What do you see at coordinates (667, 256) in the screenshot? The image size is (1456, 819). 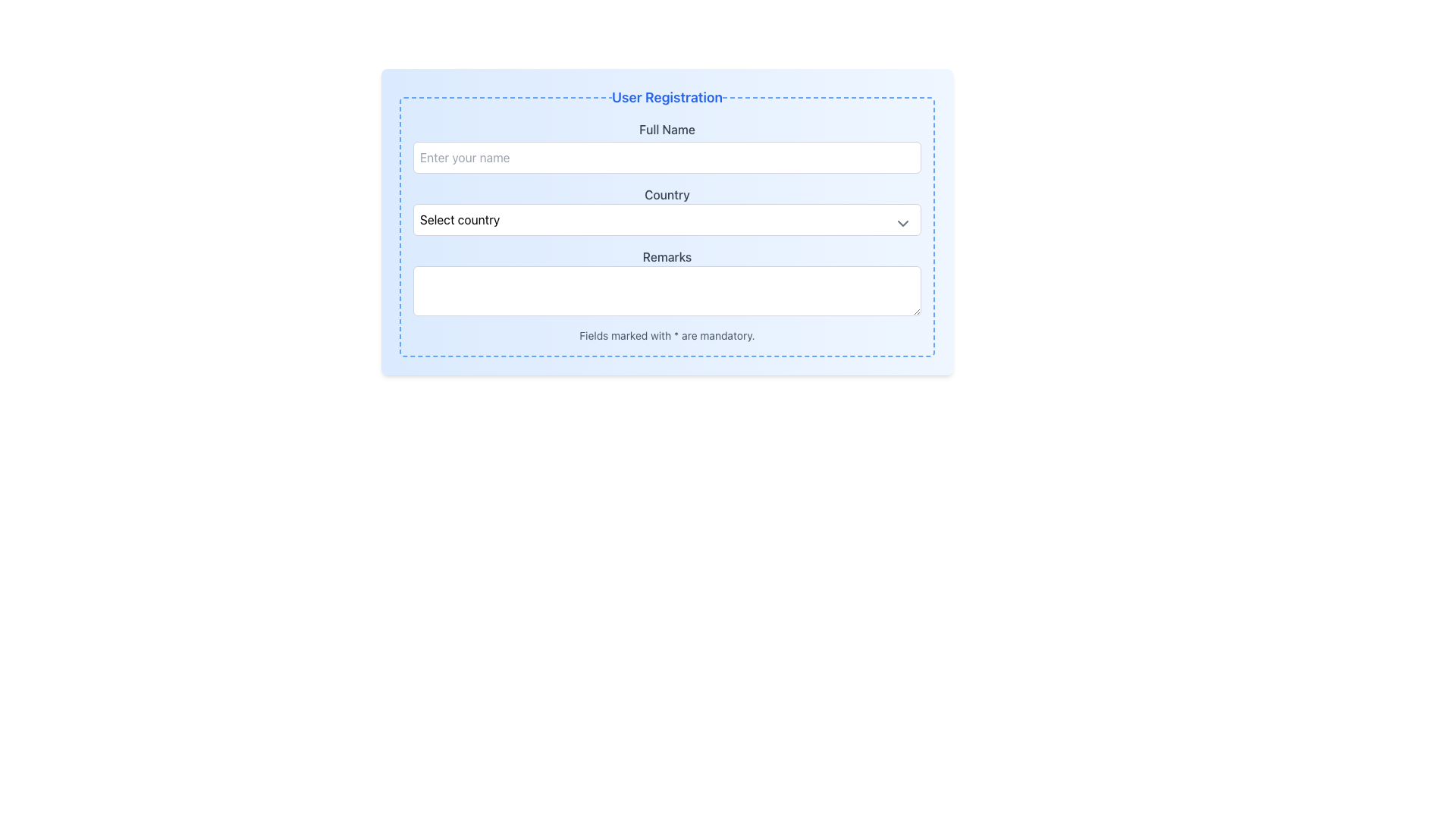 I see `the 'Remarks' label text, which is styled with a medium font weight and gray color, positioned above the multiline input area in the user registration form` at bounding box center [667, 256].